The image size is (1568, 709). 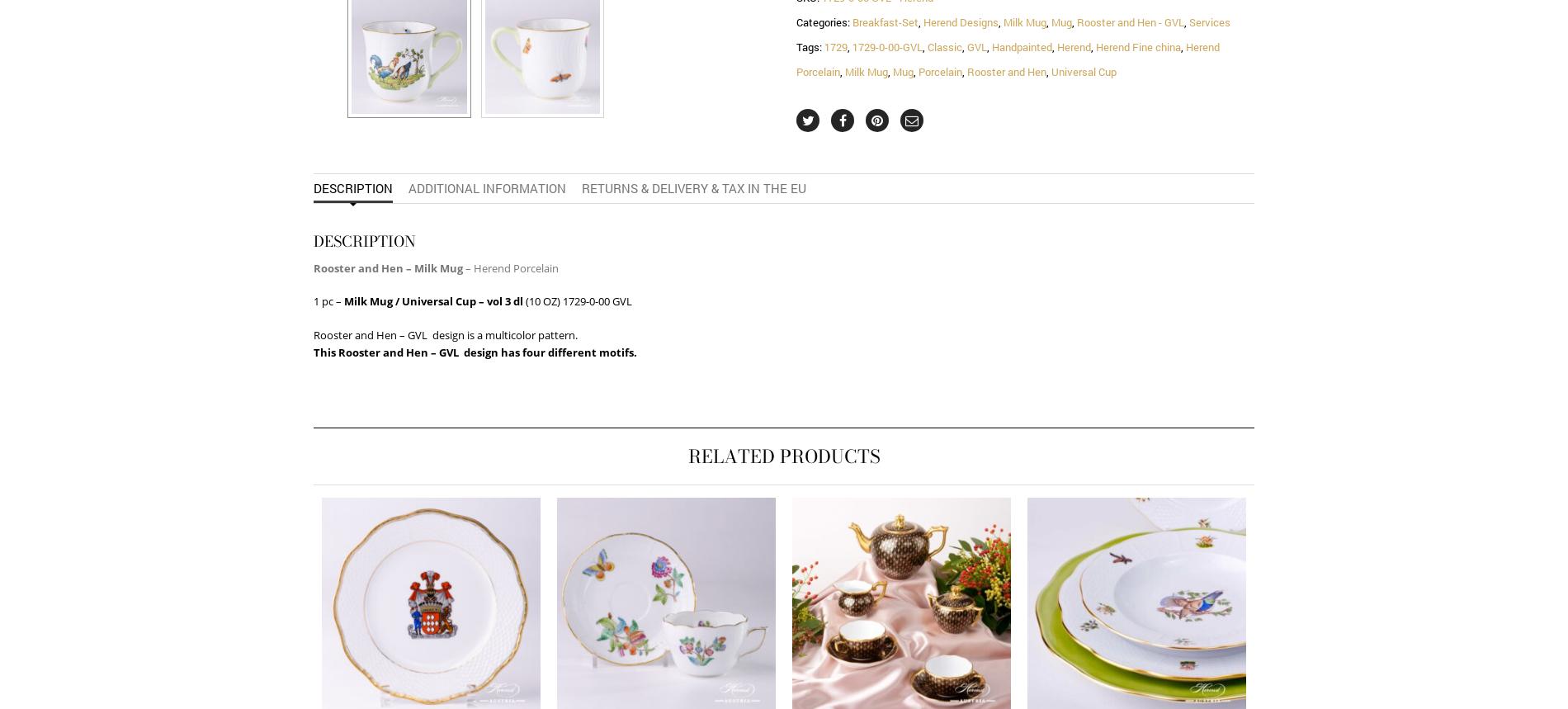 What do you see at coordinates (328, 300) in the screenshot?
I see `'1 pc –'` at bounding box center [328, 300].